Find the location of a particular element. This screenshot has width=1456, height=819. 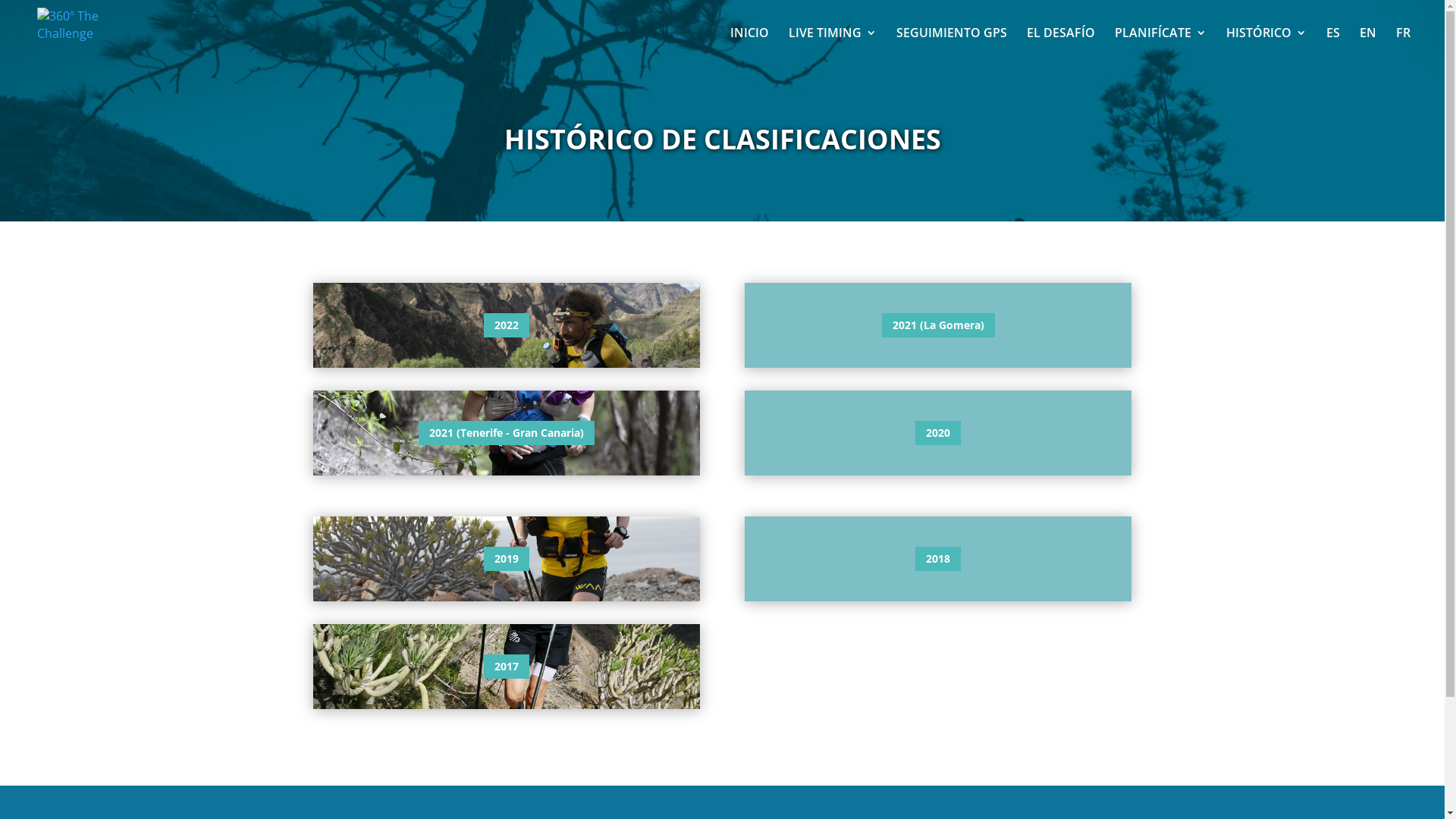

'2018' is located at coordinates (937, 558).